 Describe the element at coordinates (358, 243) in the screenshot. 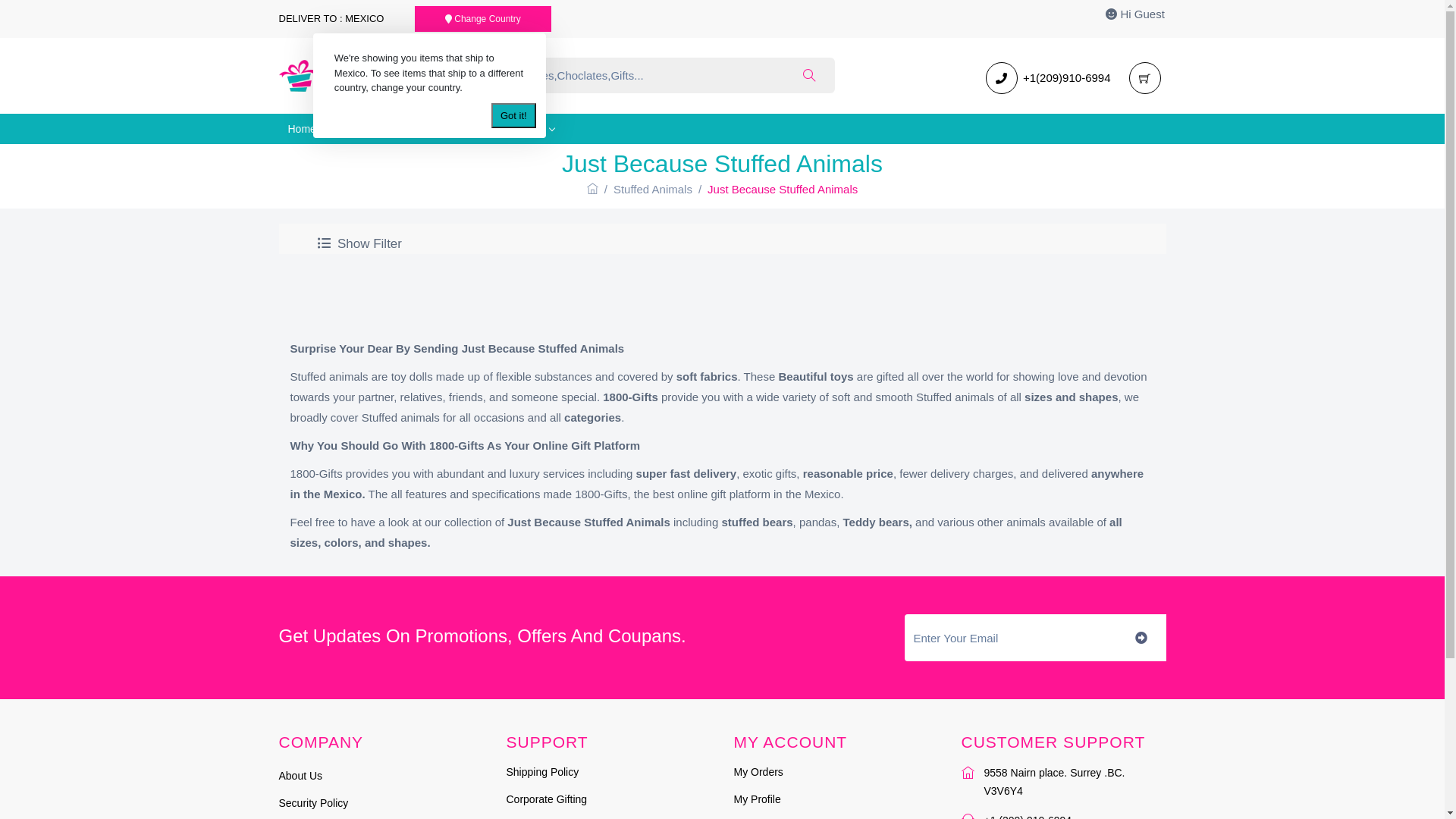

I see `'  Show Filter'` at that location.